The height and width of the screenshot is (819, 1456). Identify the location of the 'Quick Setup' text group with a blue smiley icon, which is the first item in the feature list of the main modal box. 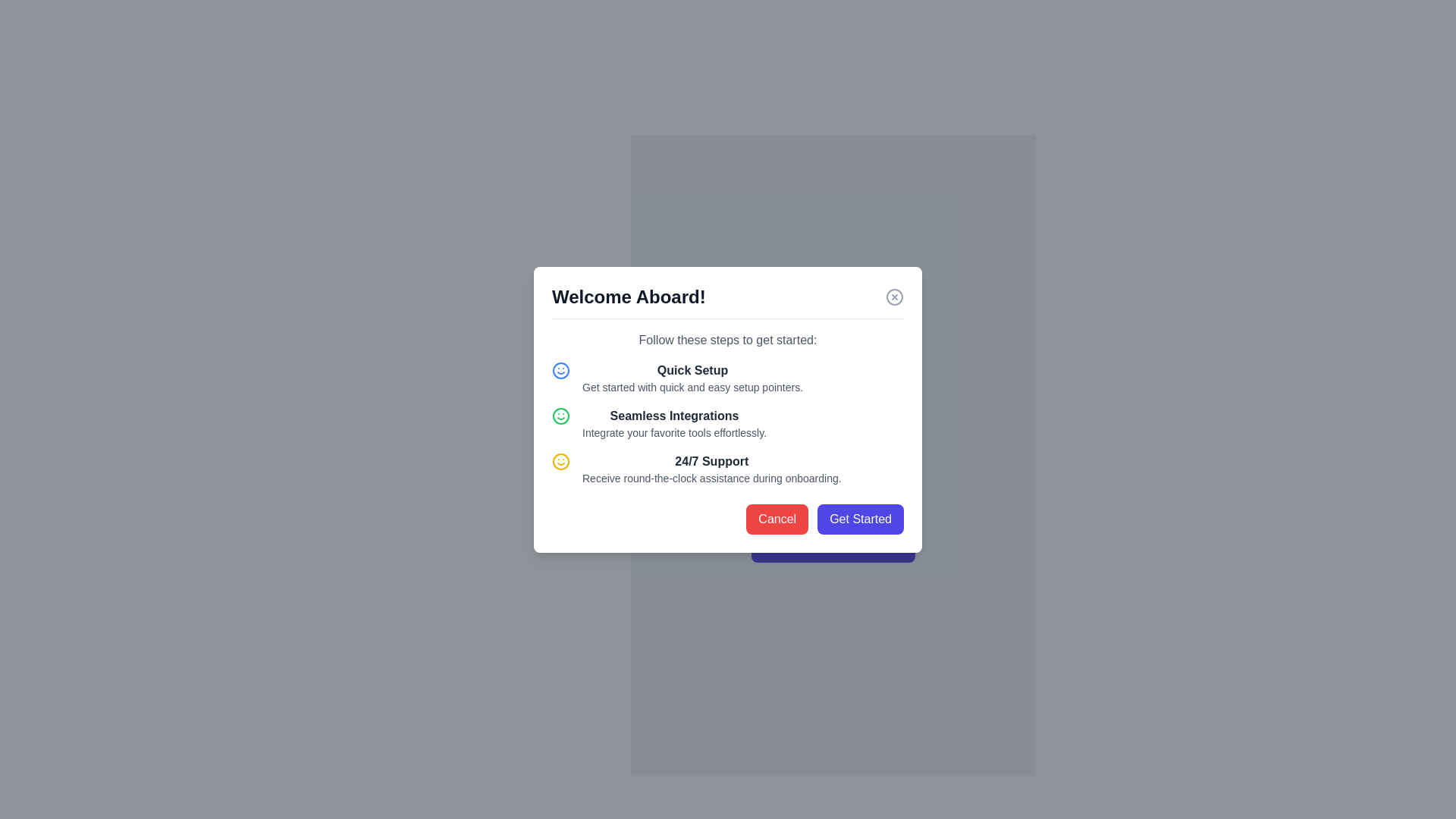
(728, 377).